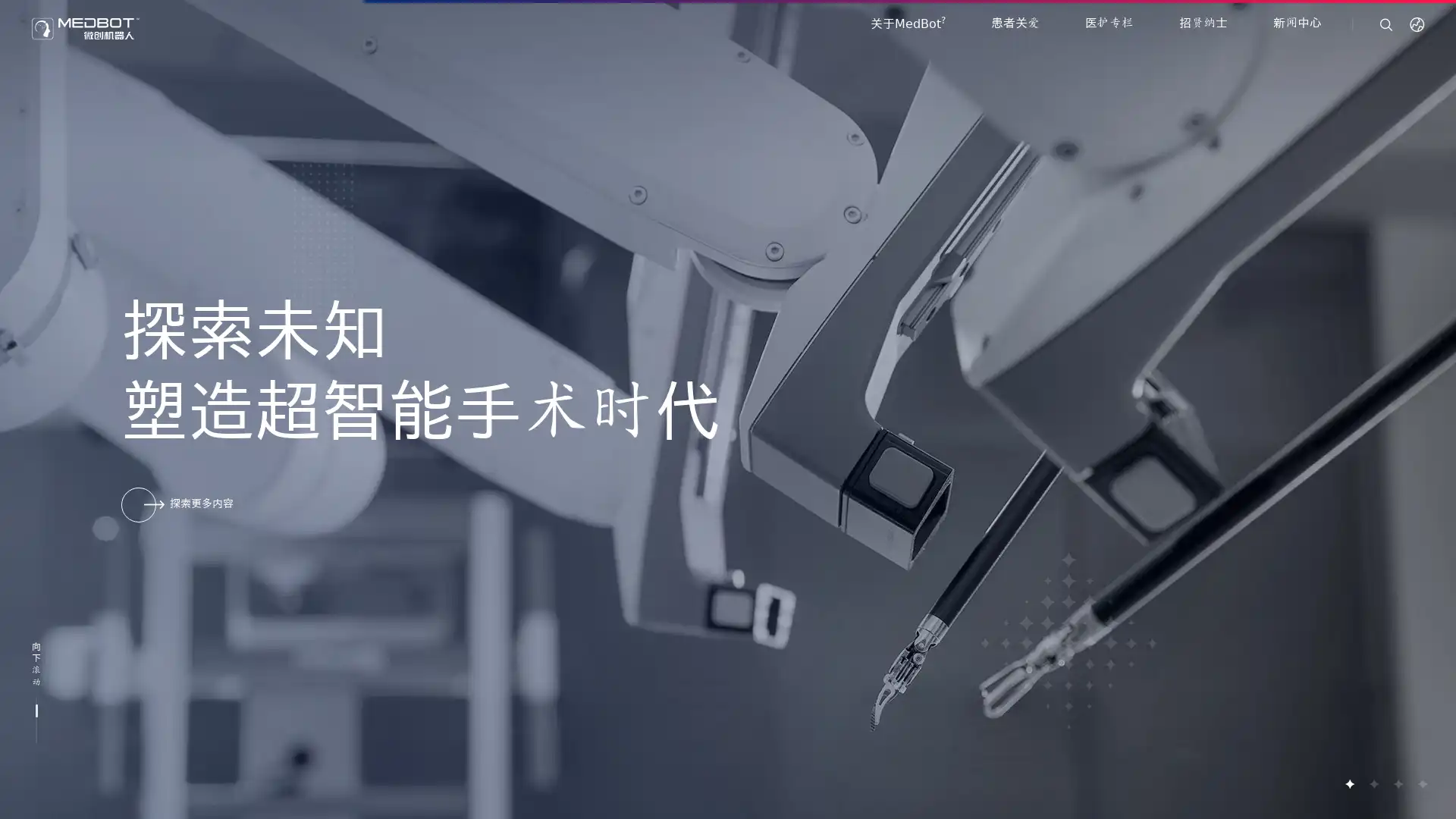 The image size is (1456, 819). What do you see at coordinates (1421, 783) in the screenshot?
I see `Go to slide 4` at bounding box center [1421, 783].